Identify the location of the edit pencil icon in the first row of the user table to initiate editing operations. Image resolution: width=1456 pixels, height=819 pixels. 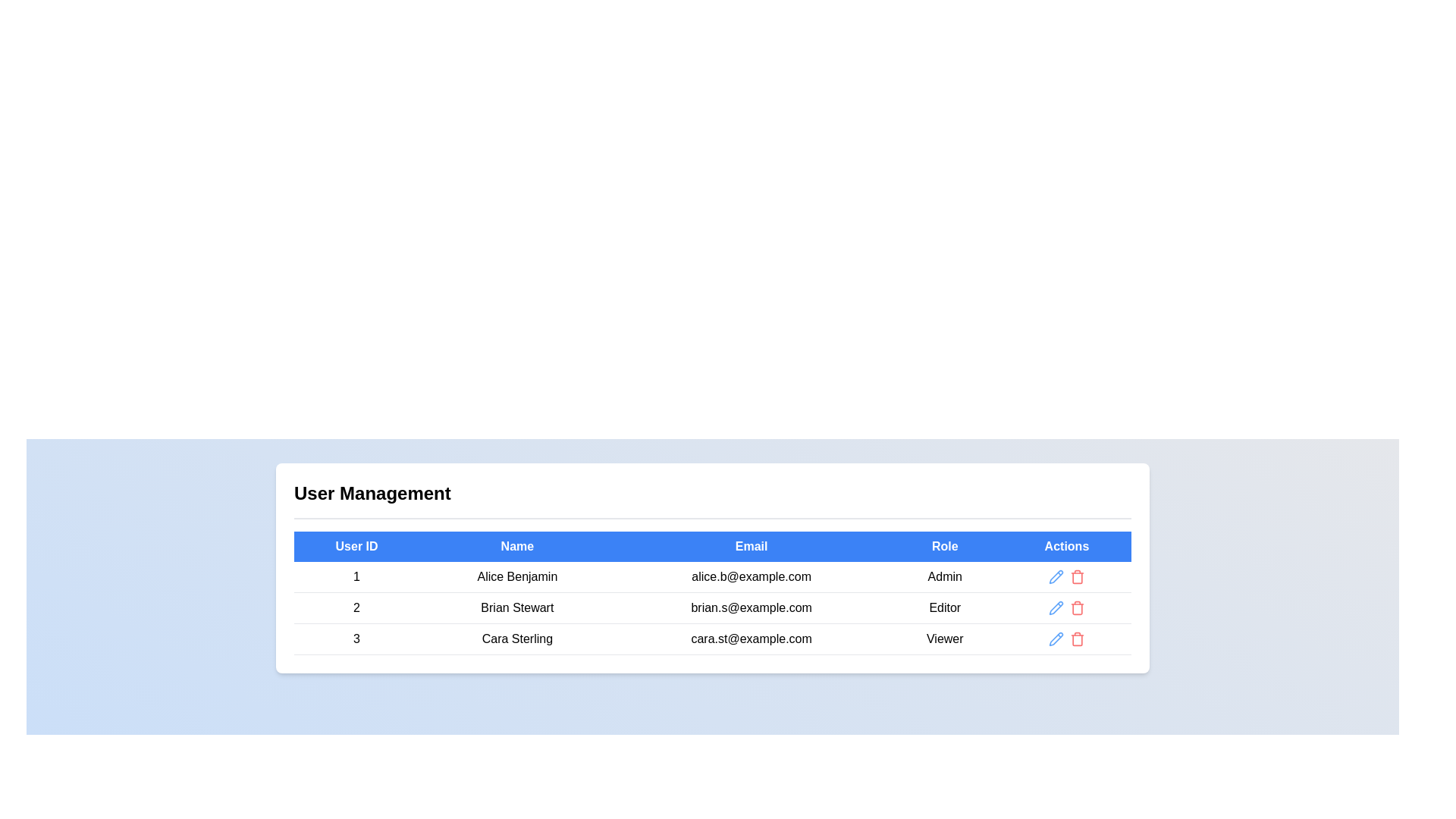
(1055, 576).